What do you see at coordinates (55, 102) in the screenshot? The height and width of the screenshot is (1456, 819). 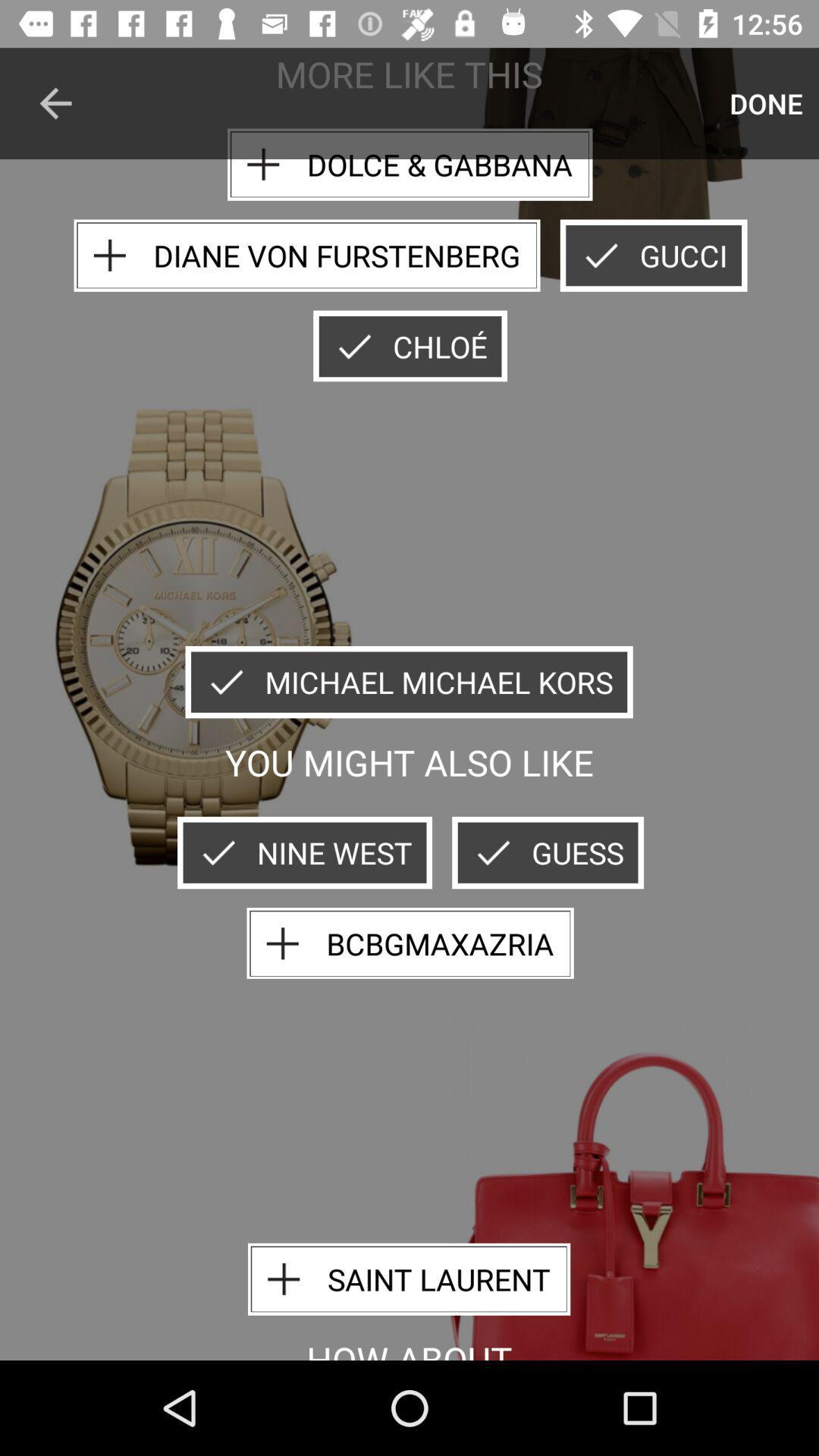 I see `the icon above the diane von furstenberg item` at bounding box center [55, 102].